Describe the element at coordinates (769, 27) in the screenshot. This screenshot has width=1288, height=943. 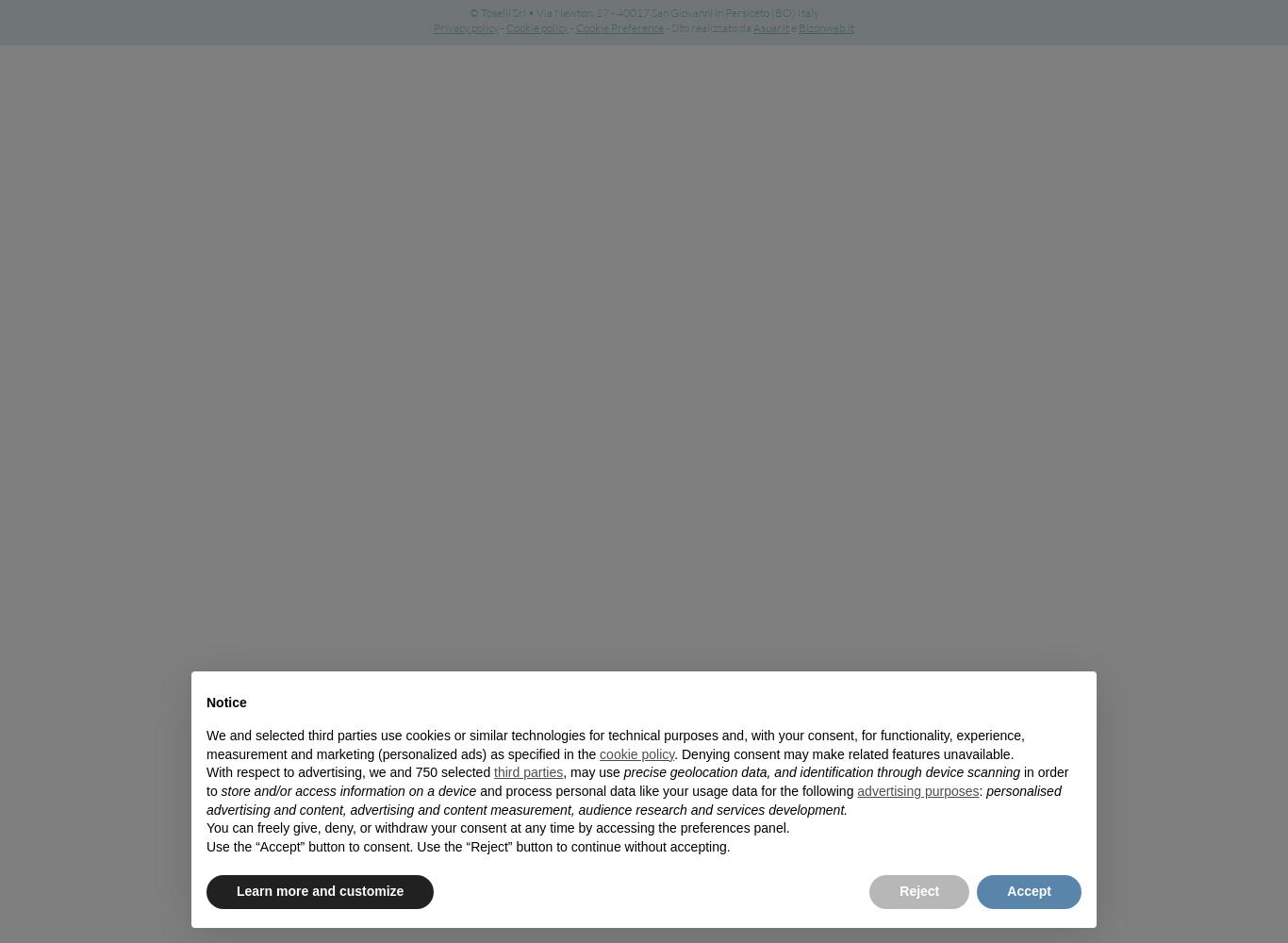
I see `'Asuar.it'` at that location.